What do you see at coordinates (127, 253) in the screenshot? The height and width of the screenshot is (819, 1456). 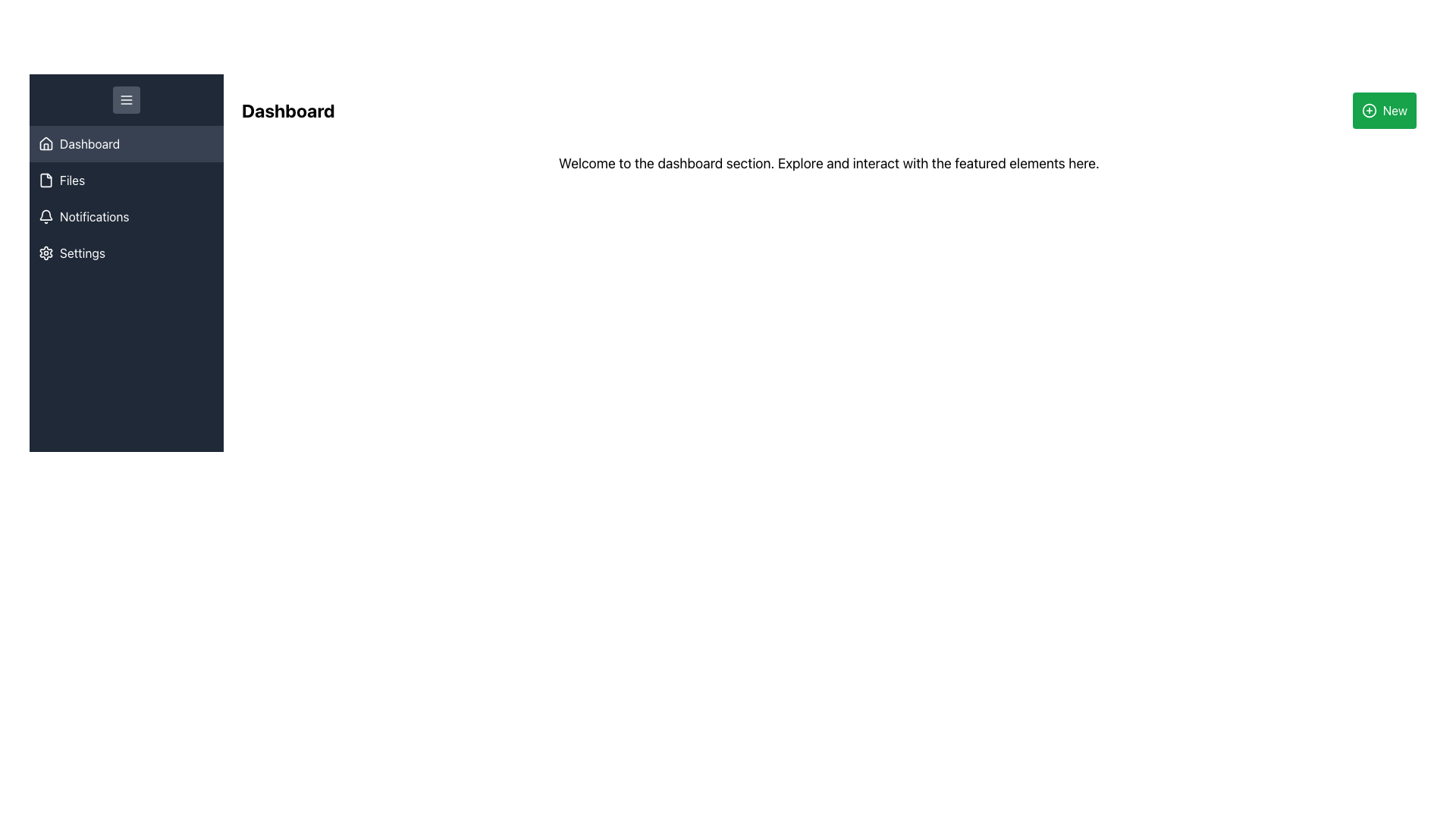 I see `the 'Settings' menu option in the vertical navigation bar` at bounding box center [127, 253].